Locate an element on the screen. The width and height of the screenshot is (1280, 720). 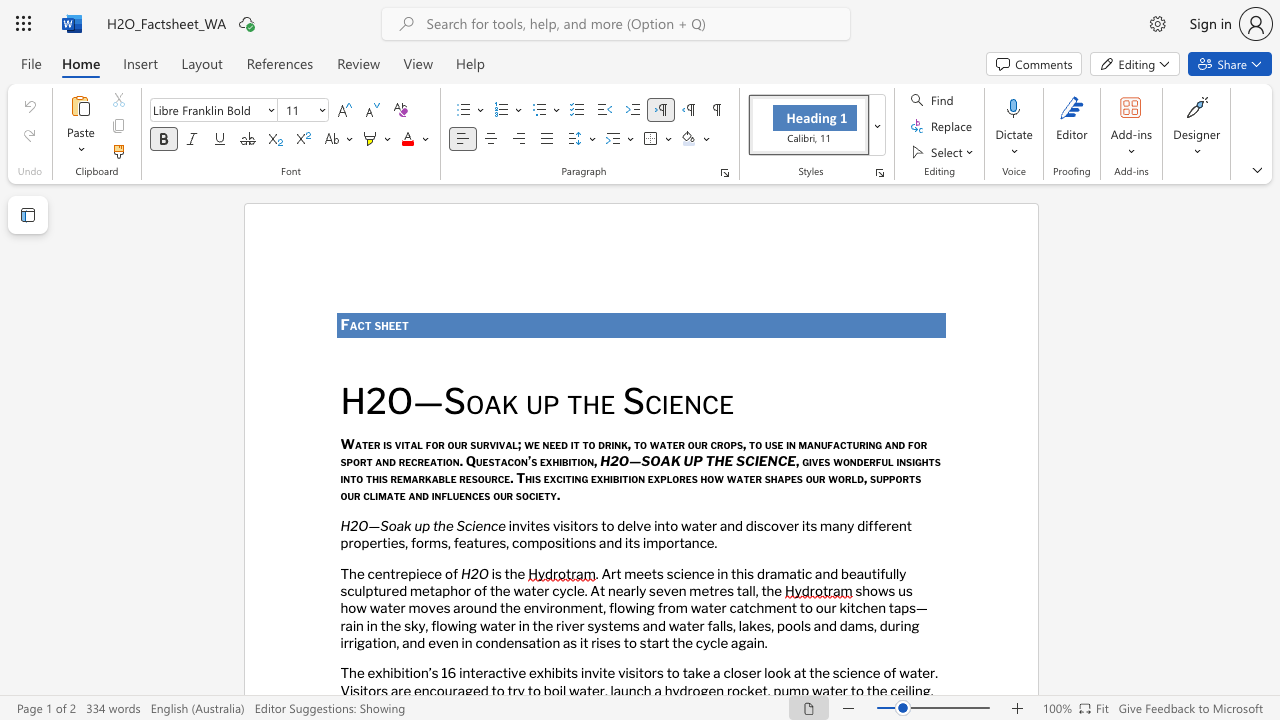
the subset text "t meets science in this dramatic and beautifully sculptured metaphor of the wat" within the text ". Art meets science in this dramatic and beautifully sculptured metaphor of the water cycle. At nearly seven metres tall, the" is located at coordinates (615, 573).